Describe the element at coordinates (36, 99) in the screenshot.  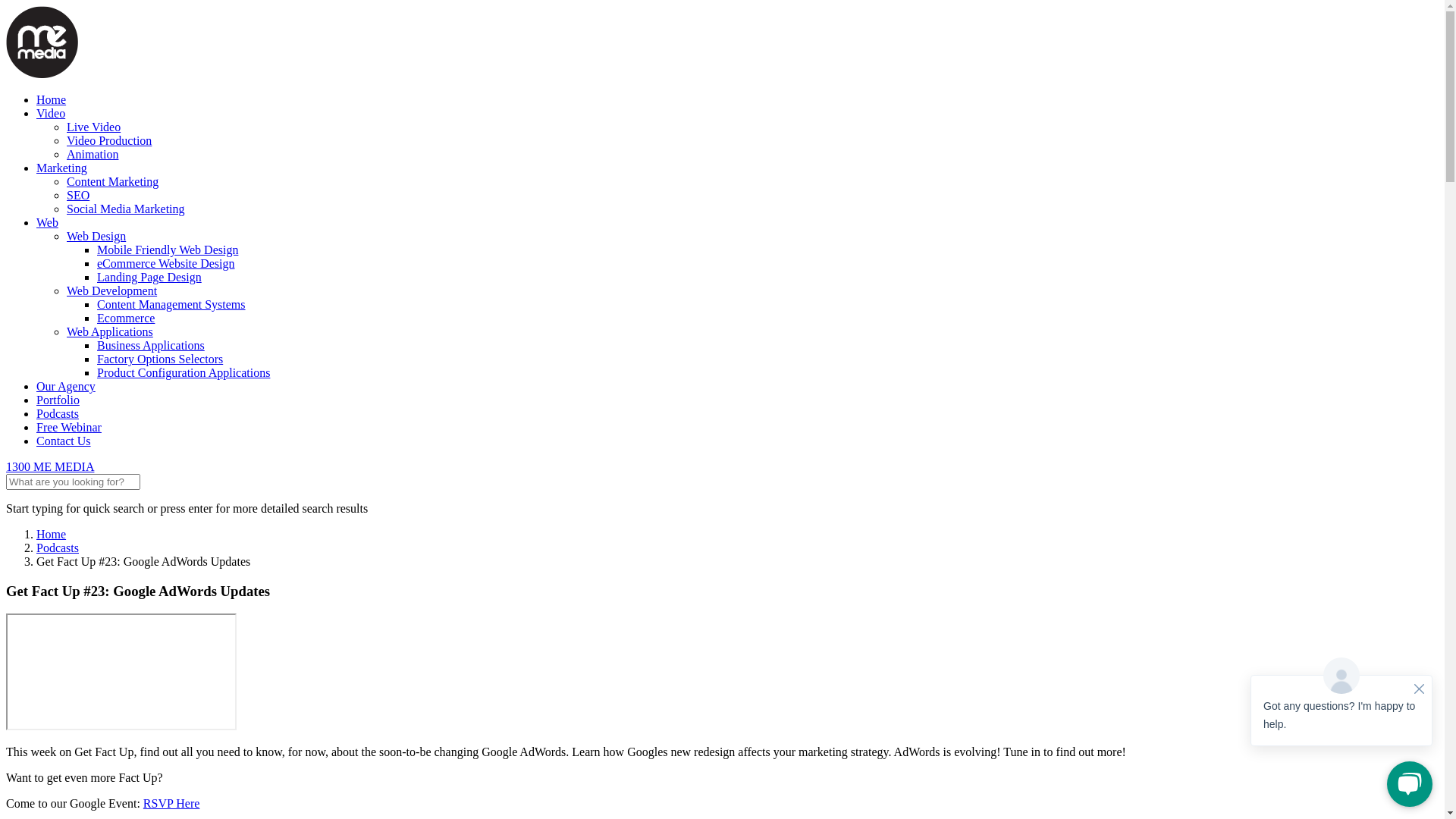
I see `'Home'` at that location.